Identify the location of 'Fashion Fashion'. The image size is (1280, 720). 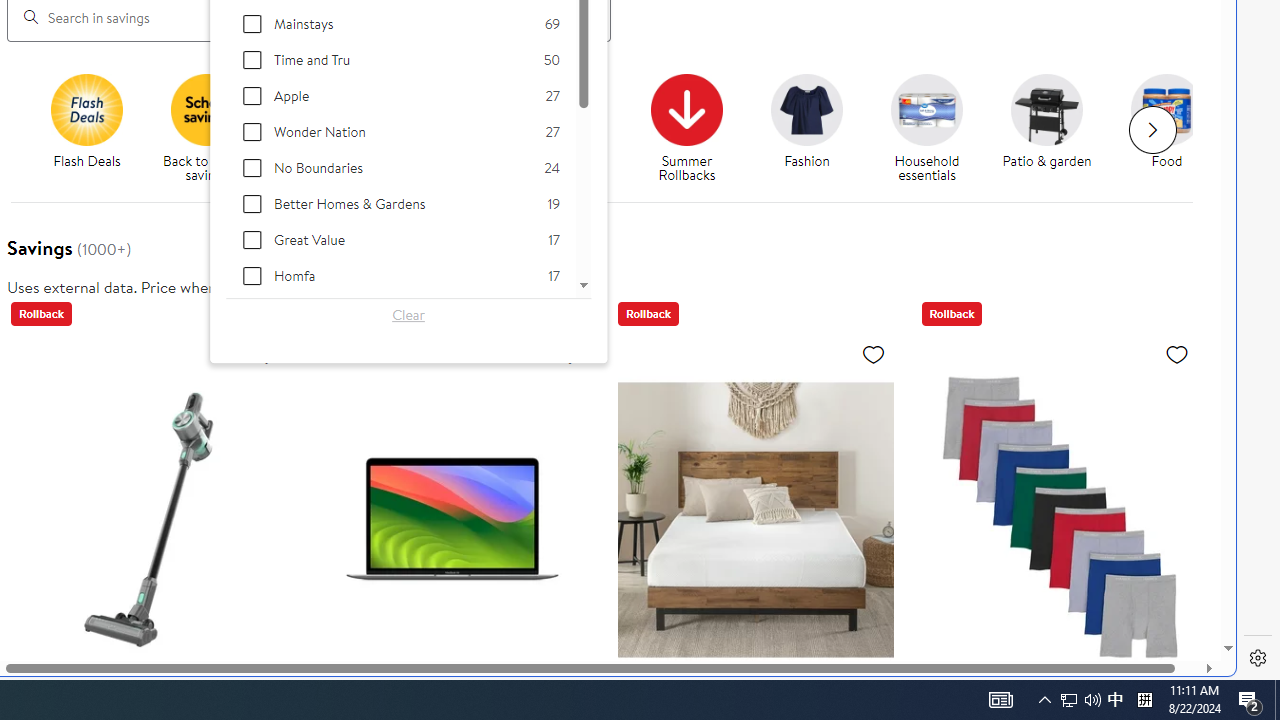
(807, 122).